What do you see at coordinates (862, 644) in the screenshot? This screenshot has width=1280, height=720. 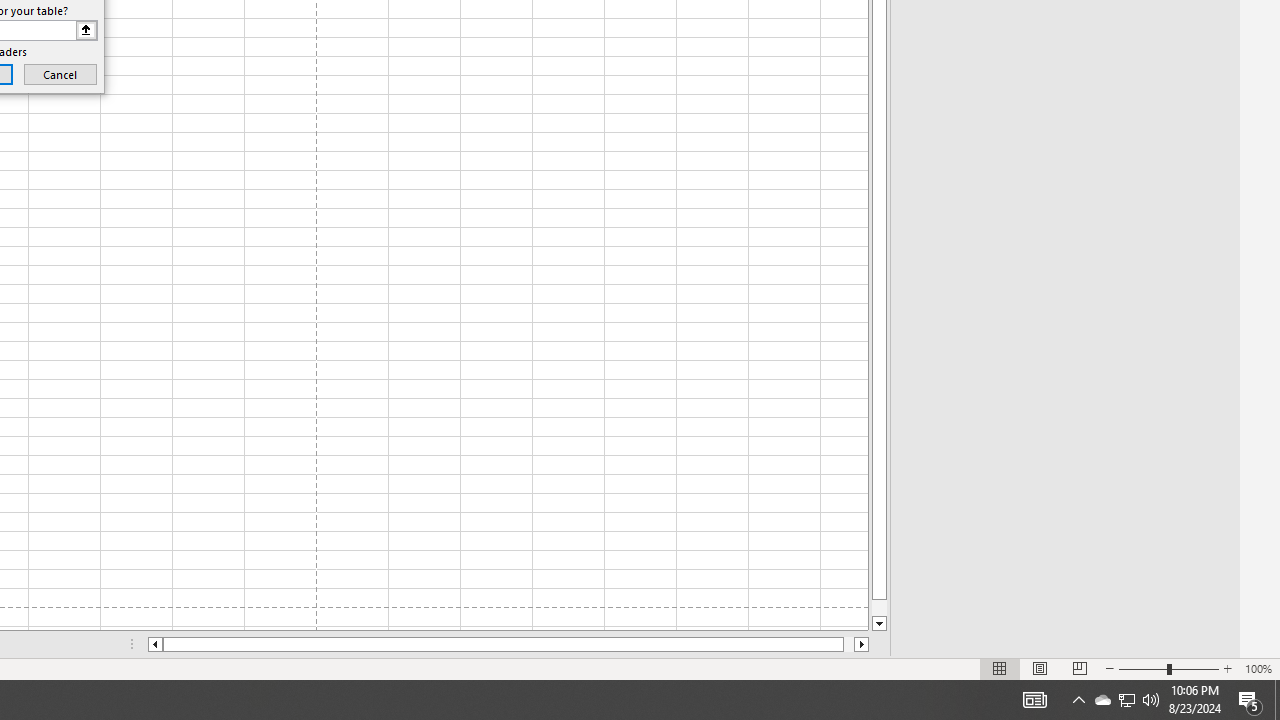 I see `'Column right'` at bounding box center [862, 644].